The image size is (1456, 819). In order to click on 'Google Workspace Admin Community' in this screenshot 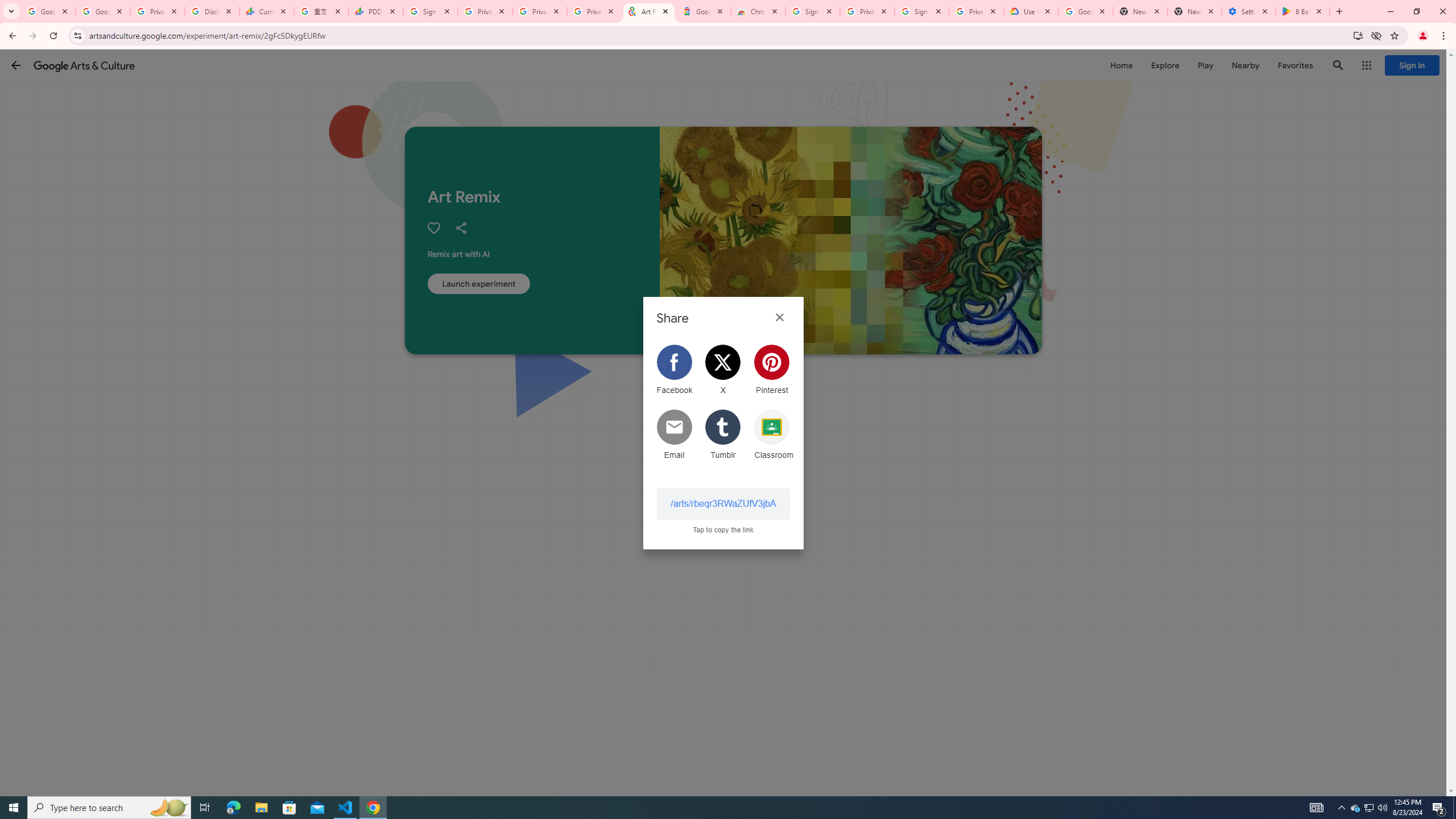, I will do `click(47, 11)`.